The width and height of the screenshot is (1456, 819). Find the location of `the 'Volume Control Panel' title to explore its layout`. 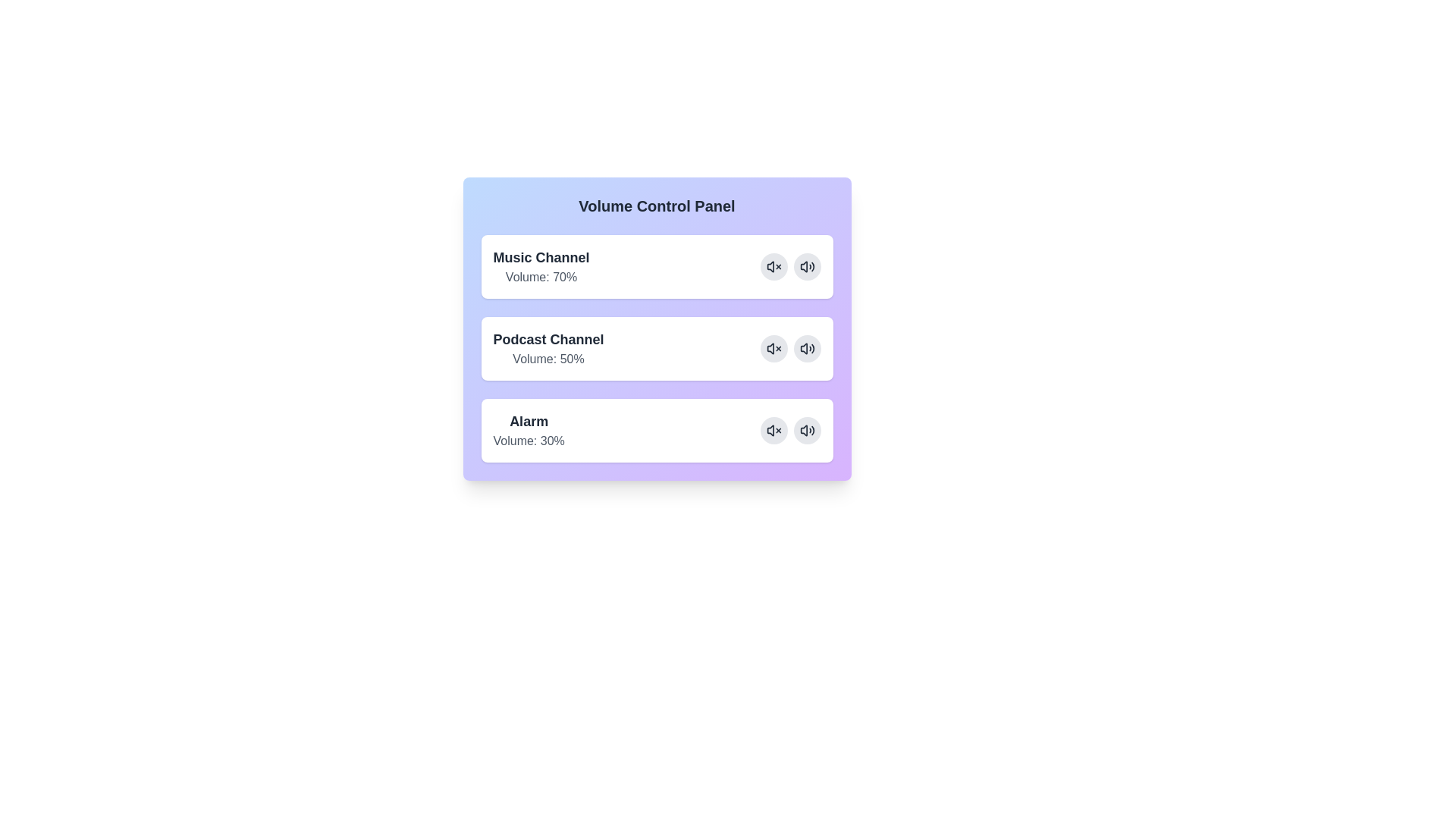

the 'Volume Control Panel' title to explore its layout is located at coordinates (657, 206).